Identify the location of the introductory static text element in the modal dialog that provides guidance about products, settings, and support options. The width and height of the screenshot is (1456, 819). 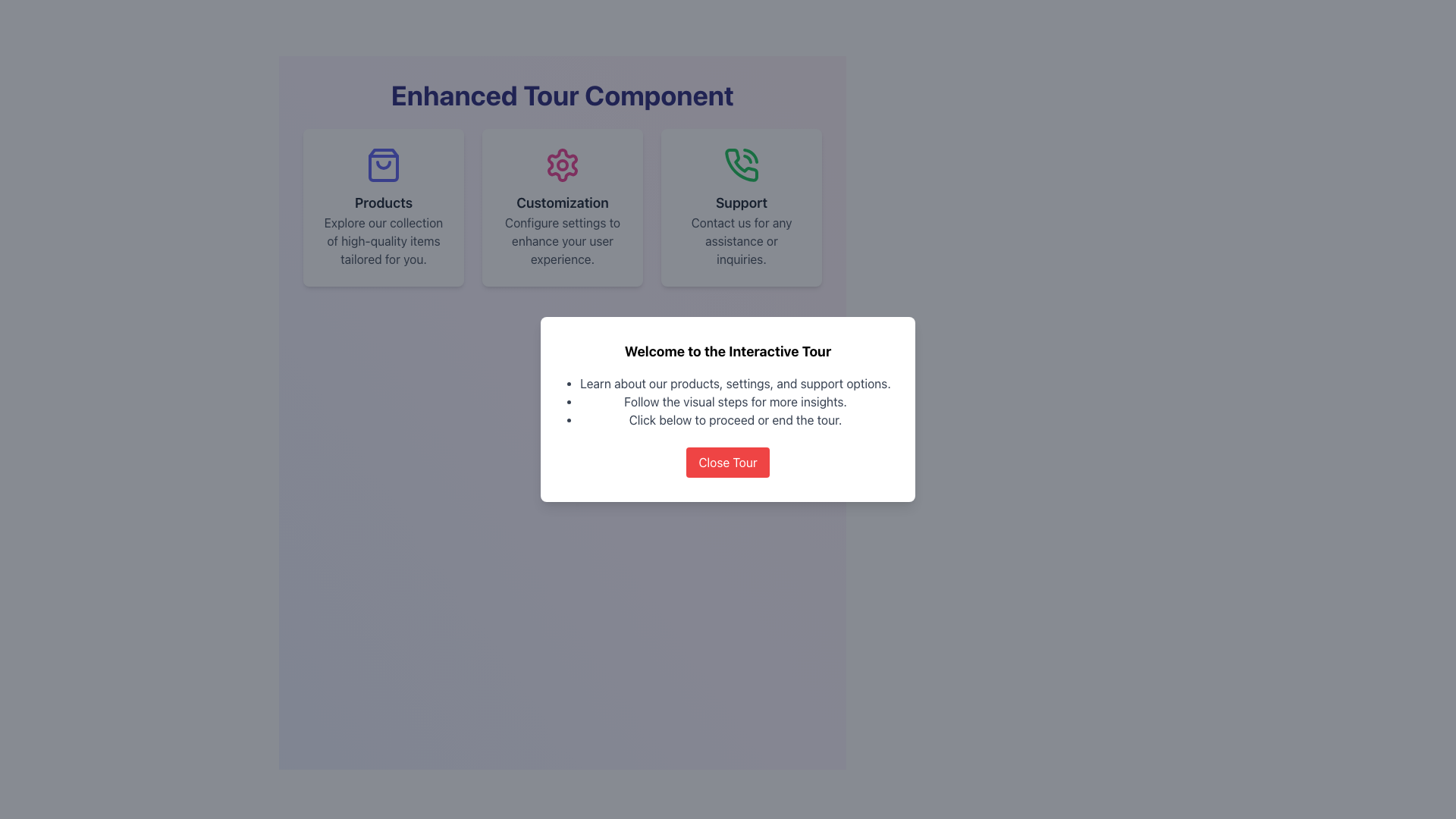
(735, 382).